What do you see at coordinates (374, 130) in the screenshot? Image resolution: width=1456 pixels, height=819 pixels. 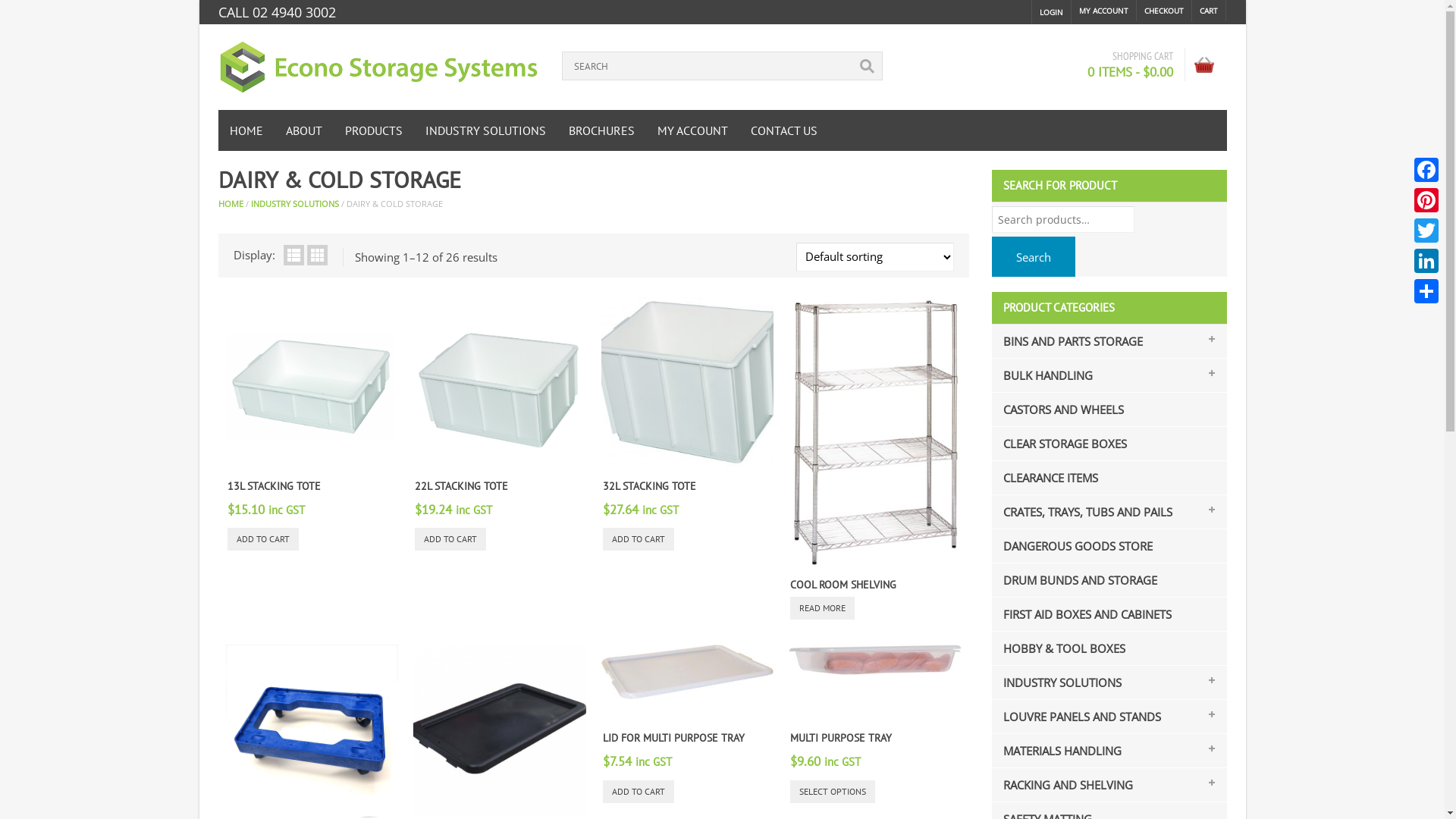 I see `'PRODUCTS'` at bounding box center [374, 130].